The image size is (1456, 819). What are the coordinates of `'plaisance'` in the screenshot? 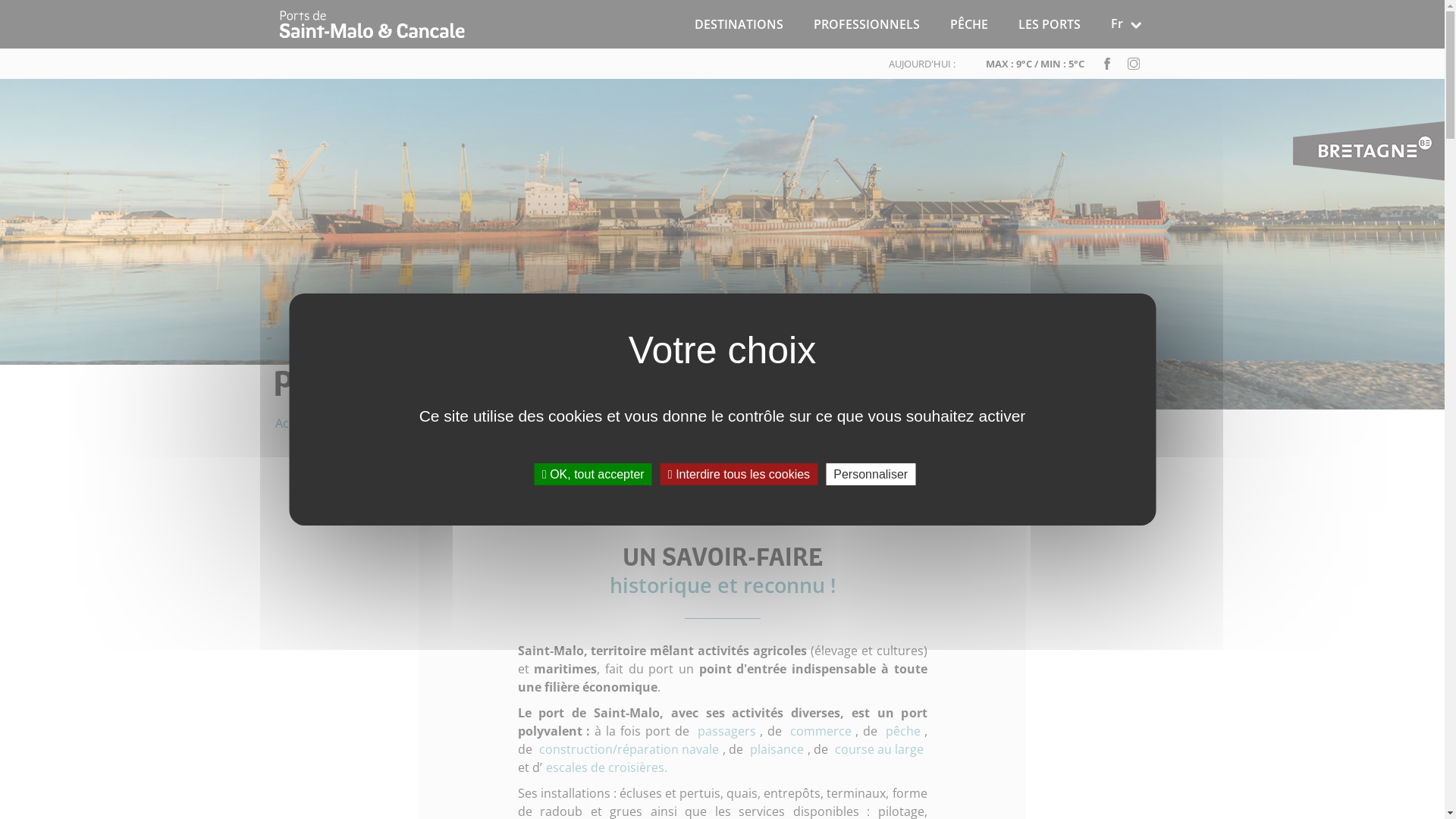 It's located at (777, 748).